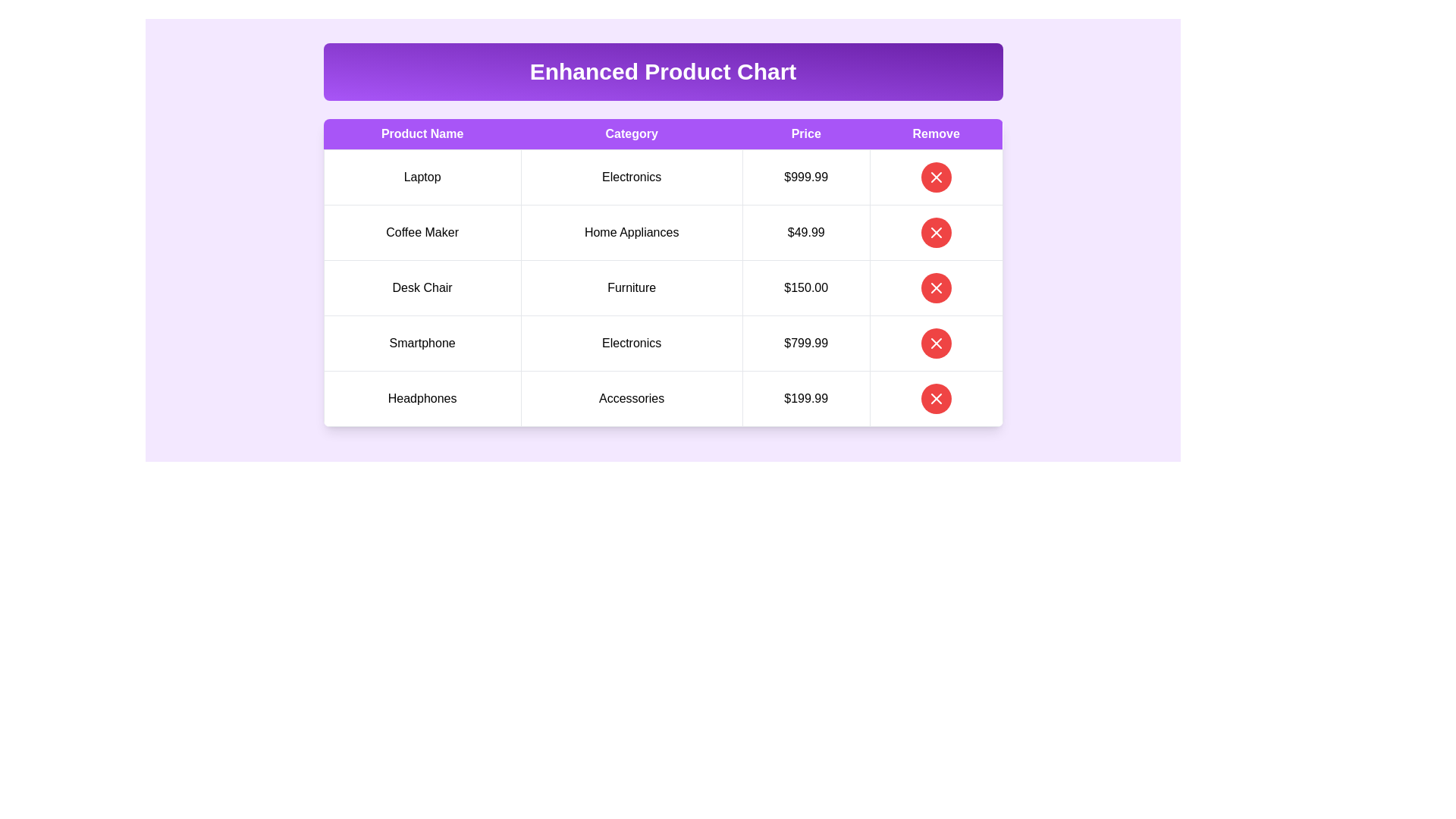 The width and height of the screenshot is (1456, 819). I want to click on the table cell containing the text 'Laptop', which is styled with padding and borders, located under the column header 'Product Name' in the first row of the table, so click(422, 177).